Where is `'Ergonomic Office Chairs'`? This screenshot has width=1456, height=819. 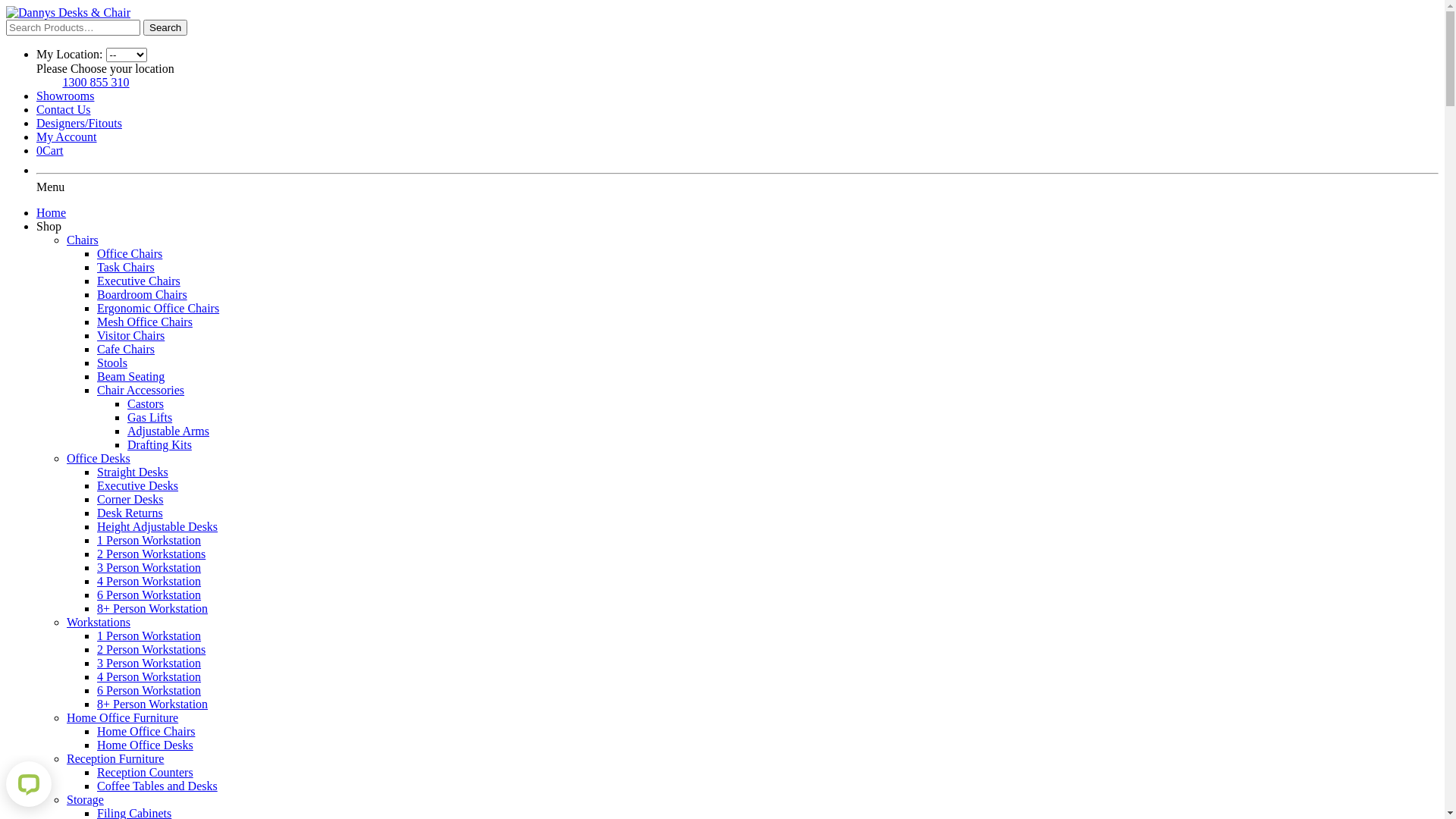
'Ergonomic Office Chairs' is located at coordinates (158, 307).